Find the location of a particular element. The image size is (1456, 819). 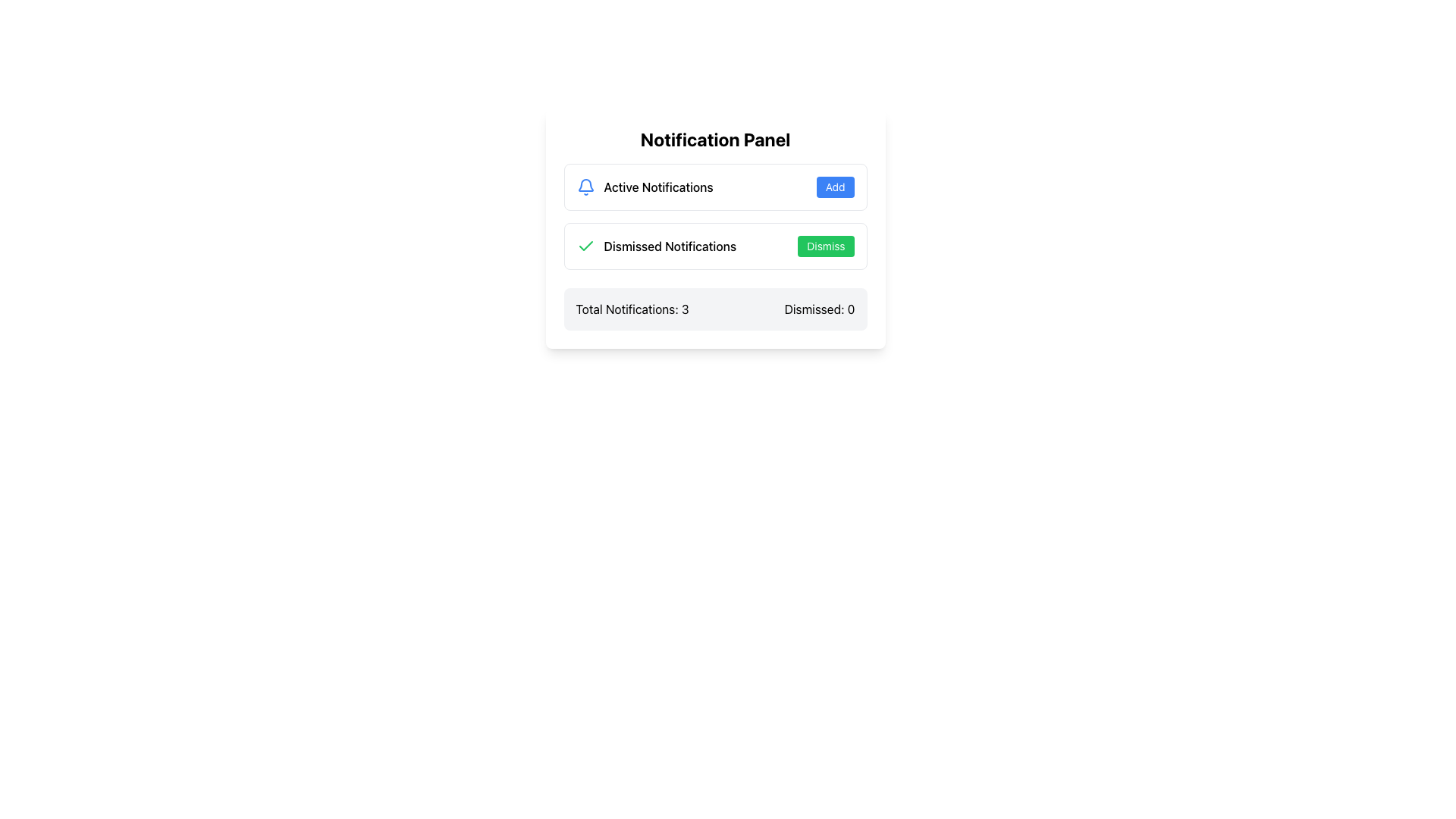

the green checkmark icon located to the left of the 'Dismissed Notifications' text and the green 'Dismiss' button is located at coordinates (585, 245).